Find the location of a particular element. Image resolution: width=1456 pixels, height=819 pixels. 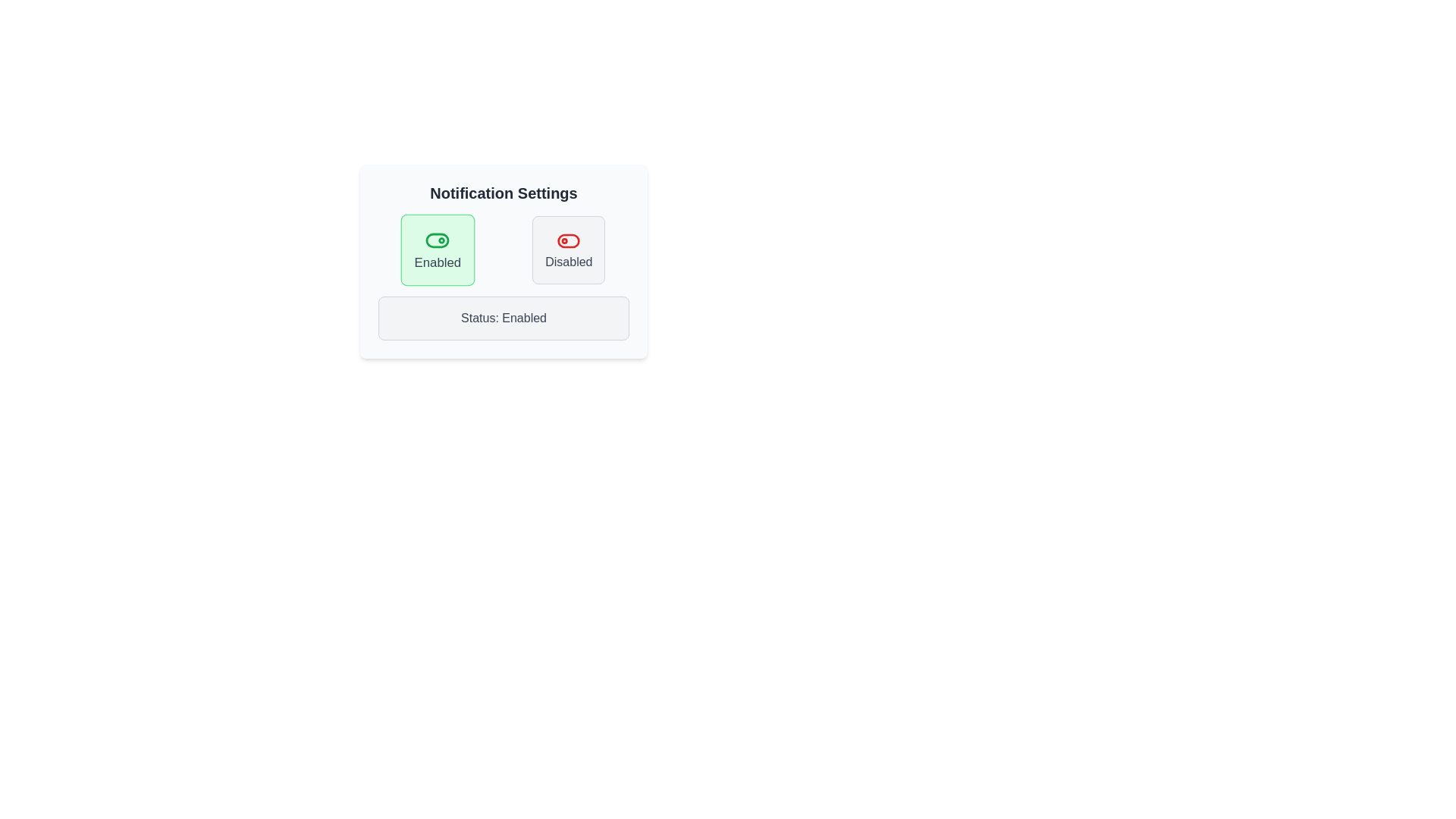

the green 'Enabled' button with rounded corners is located at coordinates (436, 249).